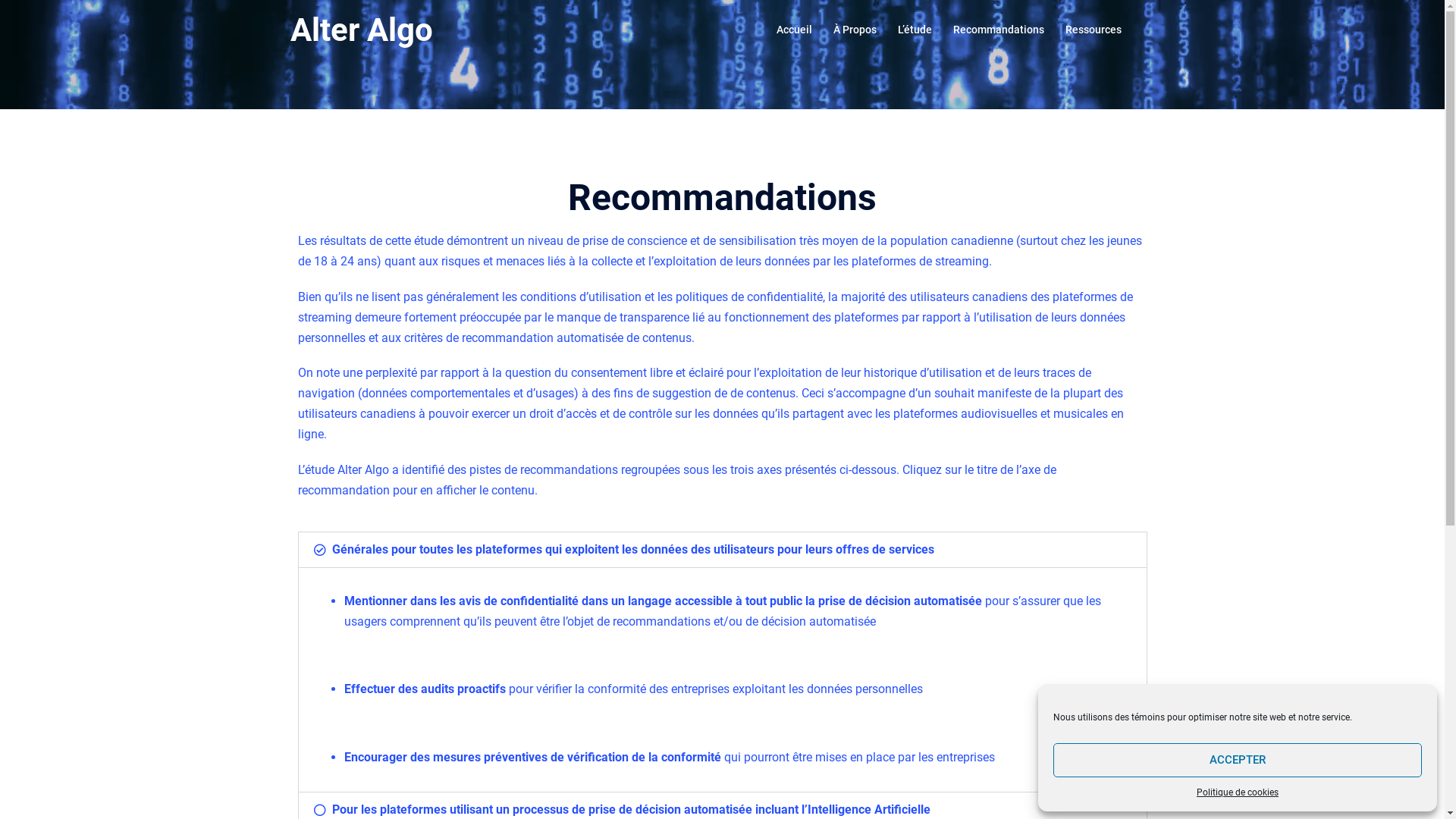  I want to click on 'Recommandations', so click(997, 30).